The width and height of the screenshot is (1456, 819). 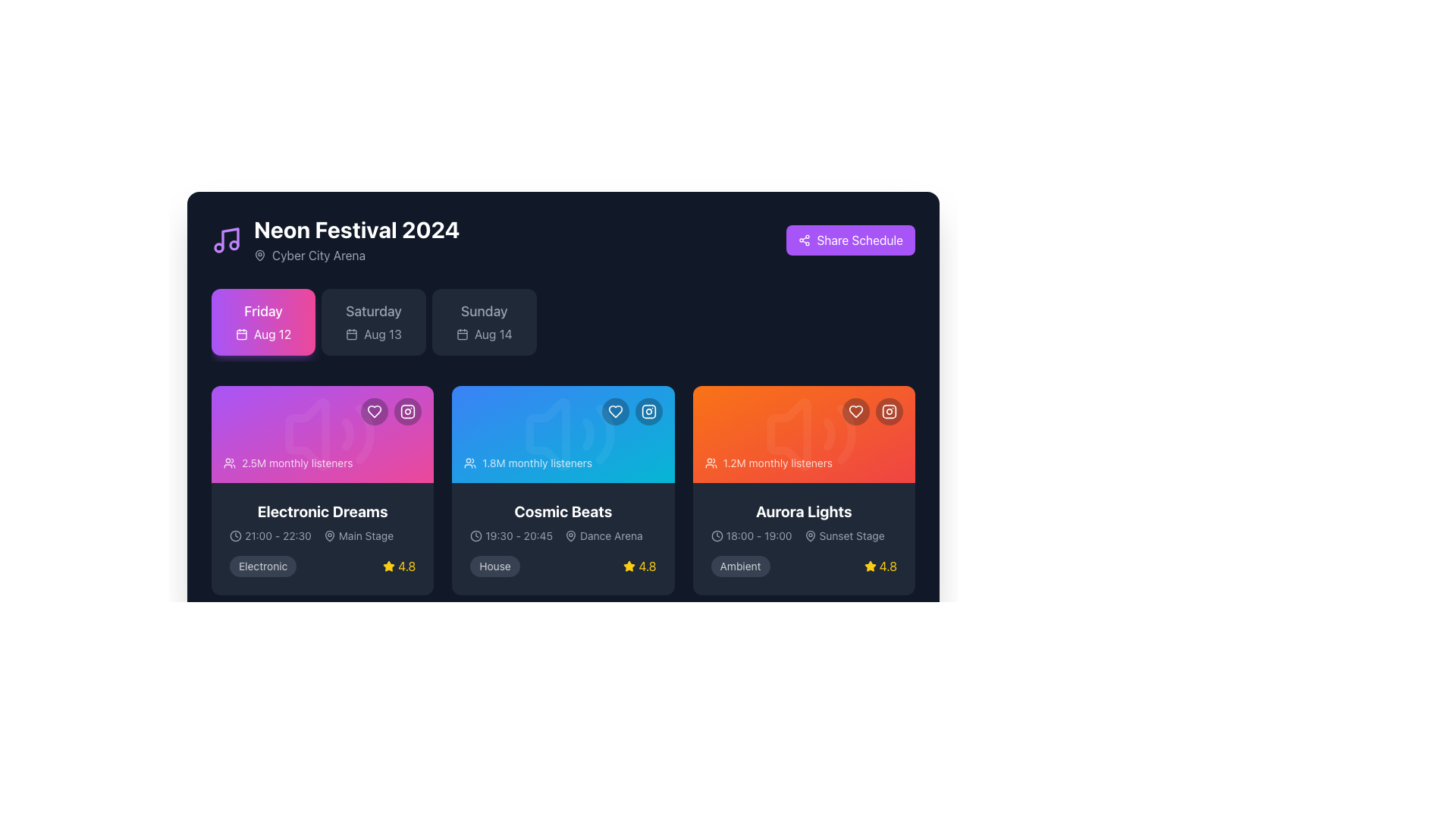 I want to click on the network sharing icon located within the 'Share Schedule' button, positioned to the left of the text label, so click(x=804, y=239).